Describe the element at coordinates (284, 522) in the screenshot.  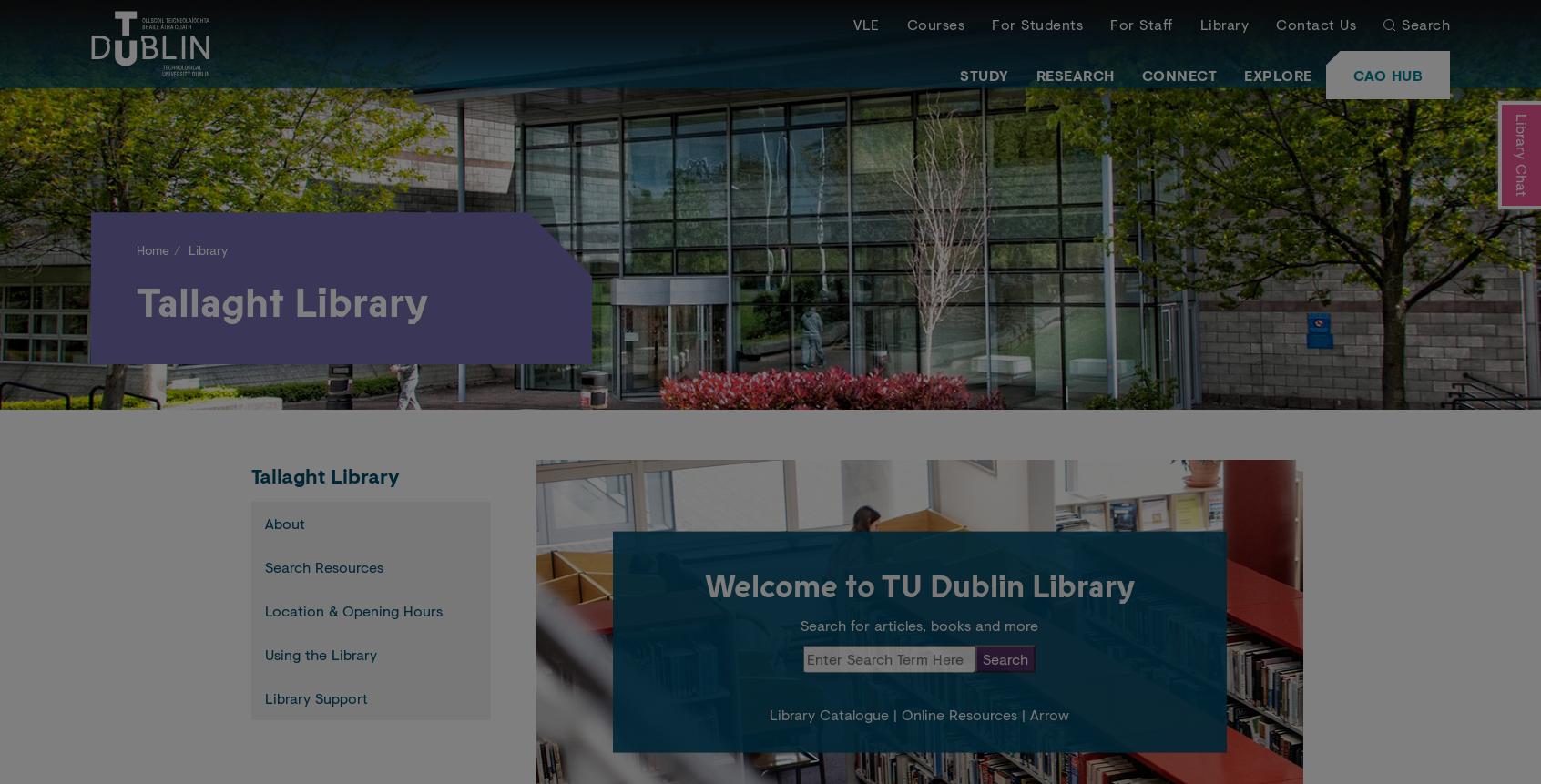
I see `'About'` at that location.